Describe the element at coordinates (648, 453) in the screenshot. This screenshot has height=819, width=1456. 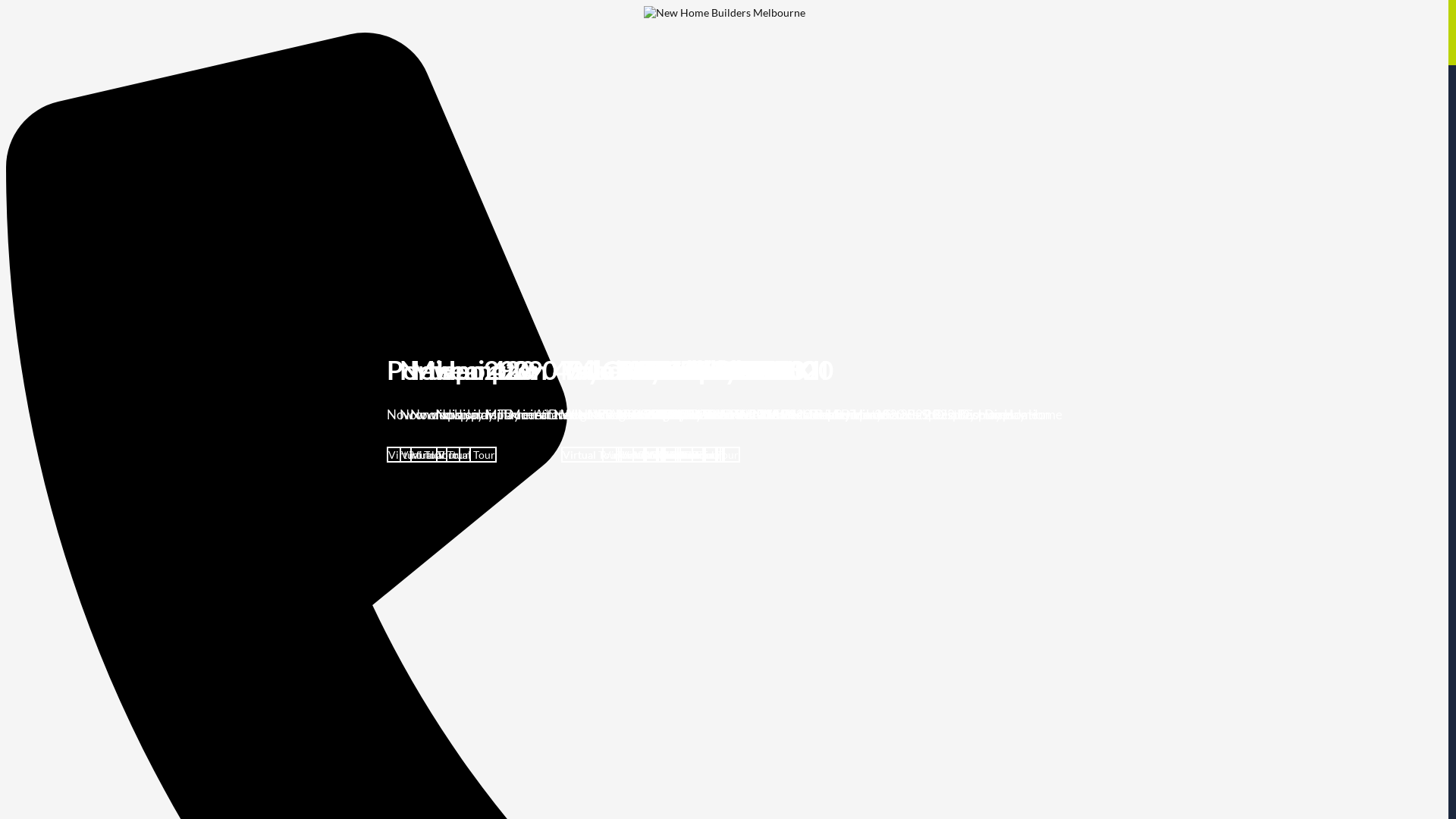
I see `'Virtual Tour'` at that location.